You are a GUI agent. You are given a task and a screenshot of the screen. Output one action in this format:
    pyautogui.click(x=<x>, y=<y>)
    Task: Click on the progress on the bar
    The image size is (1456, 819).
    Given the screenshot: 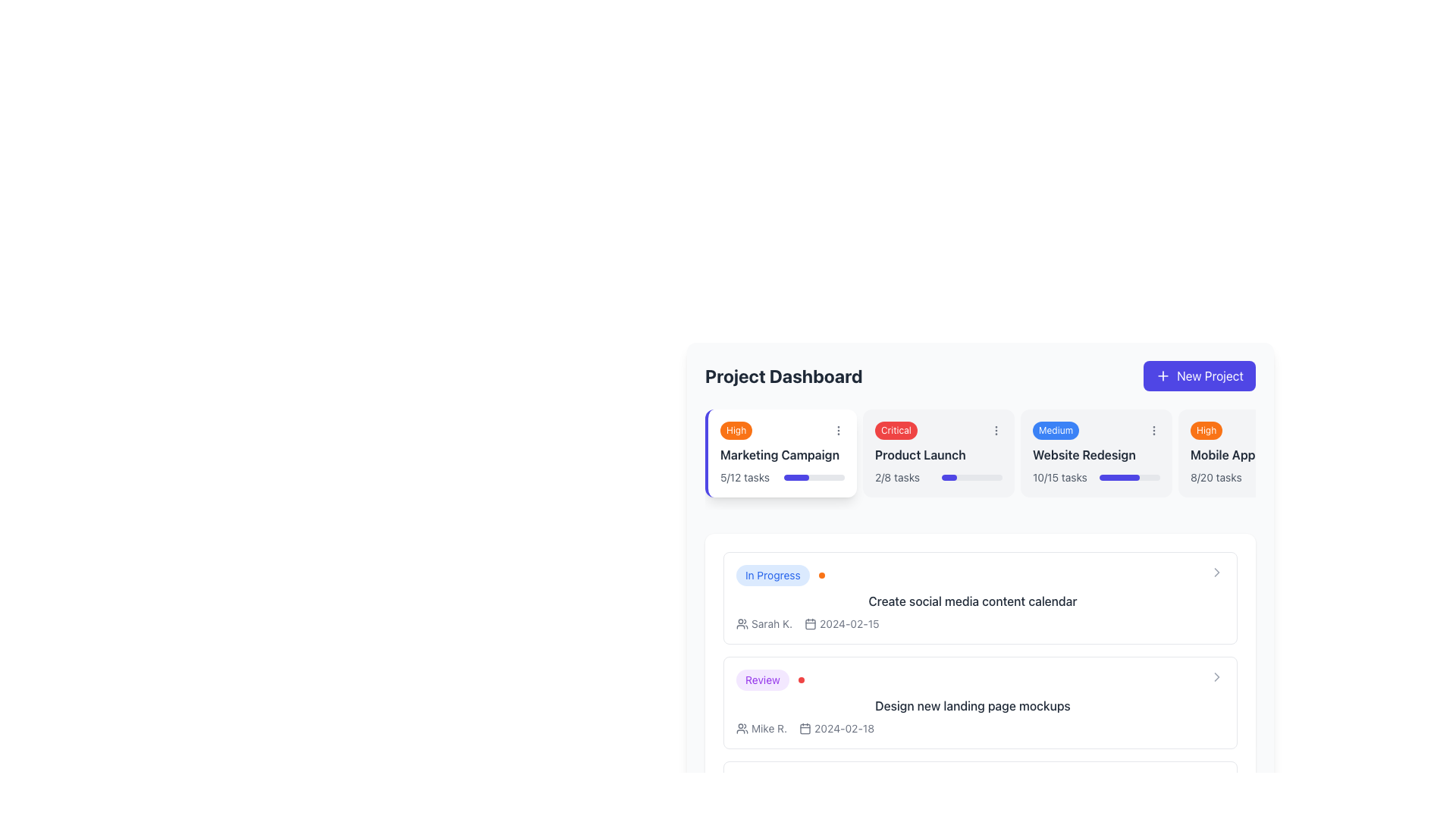 What is the action you would take?
    pyautogui.click(x=822, y=476)
    